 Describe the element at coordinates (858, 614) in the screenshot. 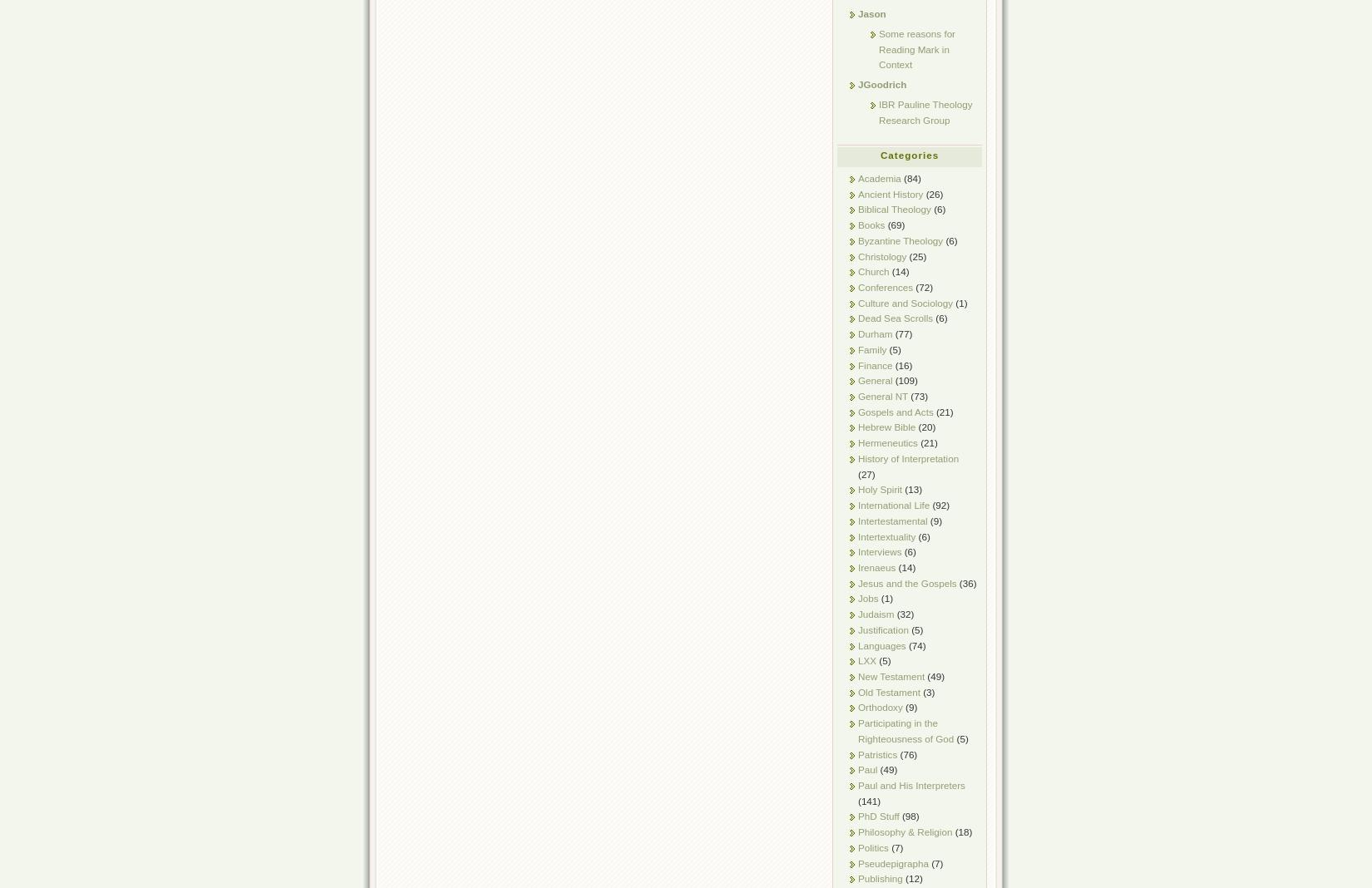

I see `'Judaism'` at that location.